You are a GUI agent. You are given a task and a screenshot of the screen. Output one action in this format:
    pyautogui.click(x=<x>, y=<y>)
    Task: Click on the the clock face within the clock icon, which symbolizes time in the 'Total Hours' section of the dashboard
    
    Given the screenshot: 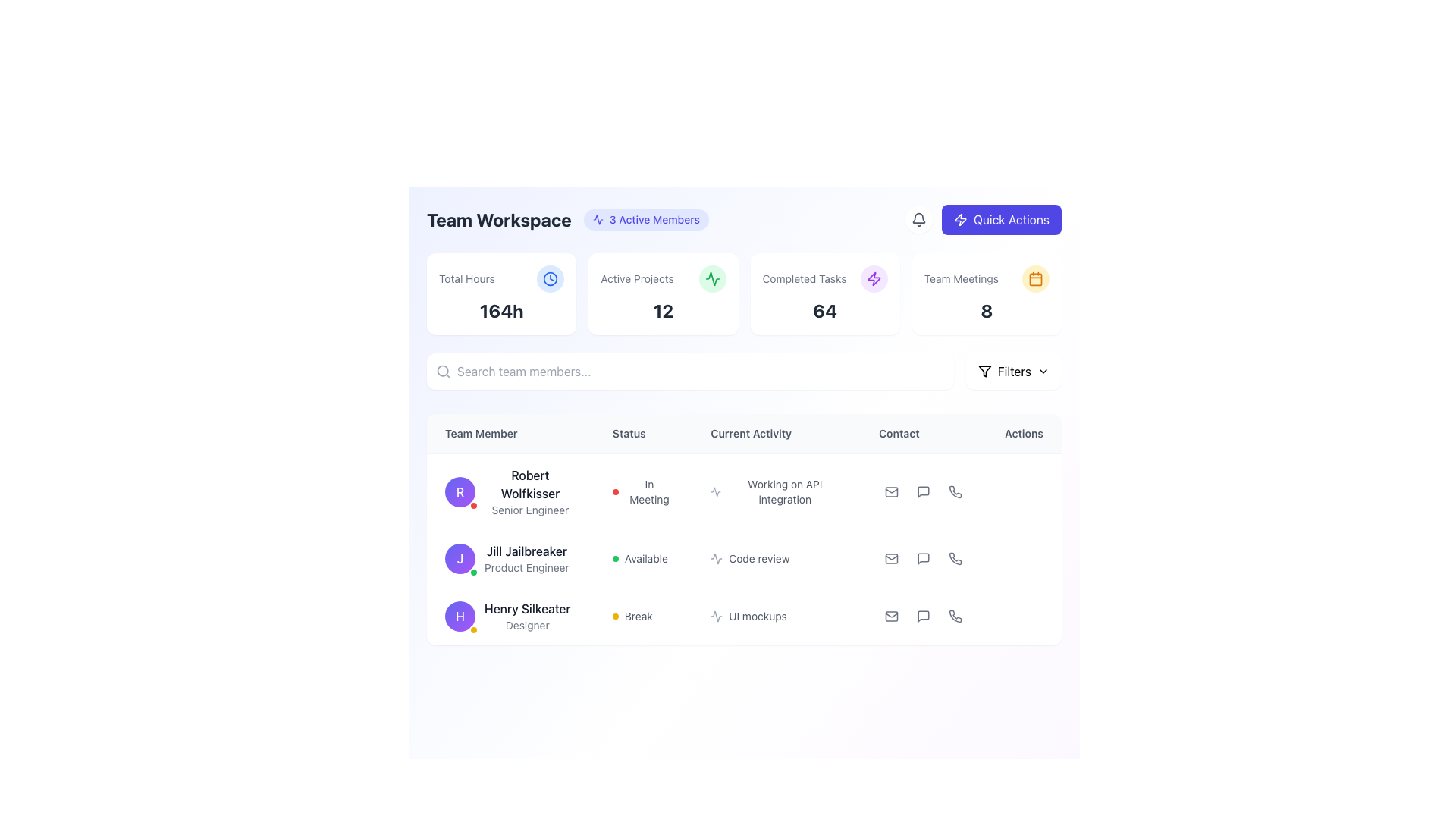 What is the action you would take?
    pyautogui.click(x=550, y=278)
    